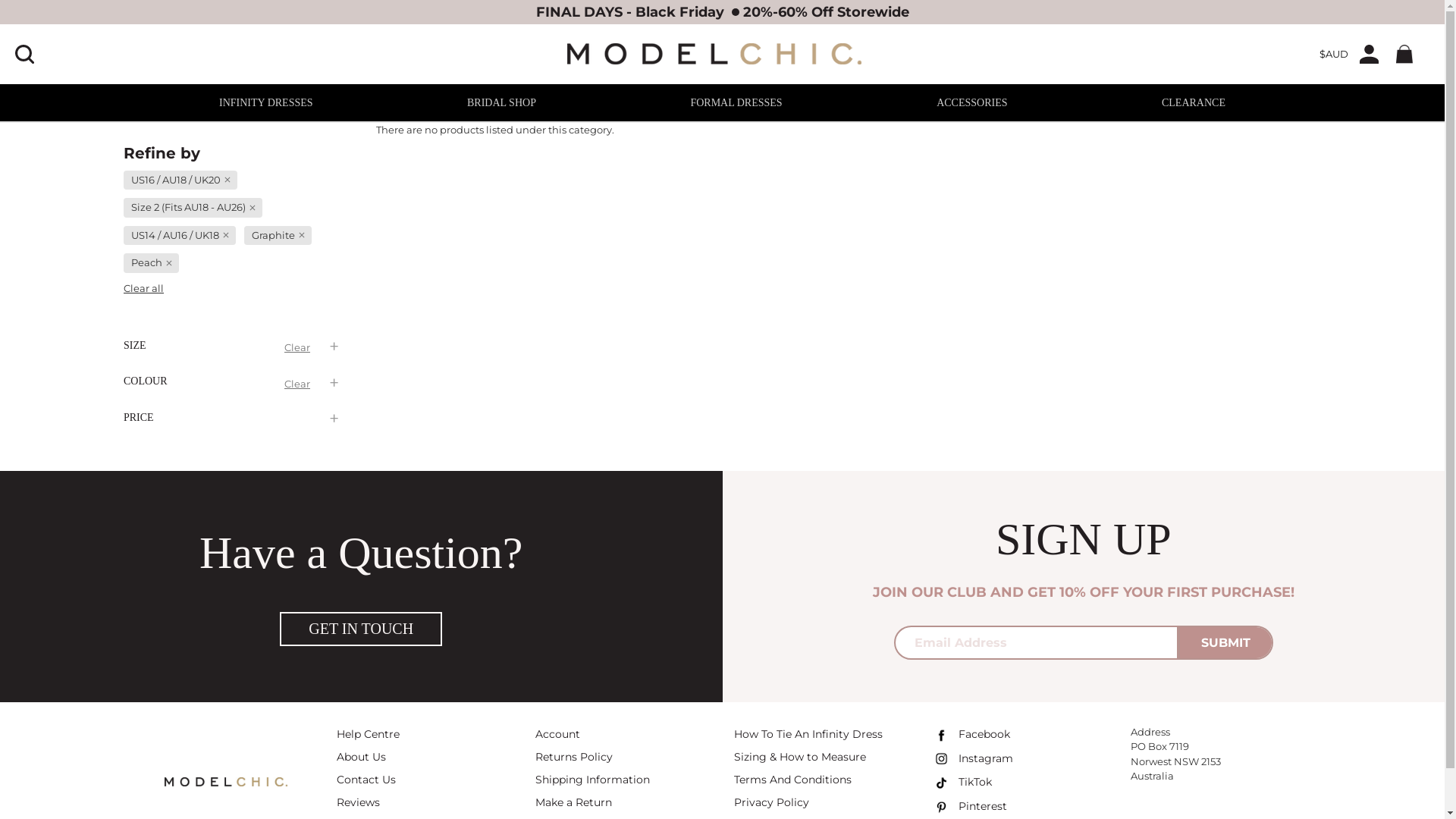  What do you see at coordinates (124, 180) in the screenshot?
I see `'US16 / AU18 / UK20'` at bounding box center [124, 180].